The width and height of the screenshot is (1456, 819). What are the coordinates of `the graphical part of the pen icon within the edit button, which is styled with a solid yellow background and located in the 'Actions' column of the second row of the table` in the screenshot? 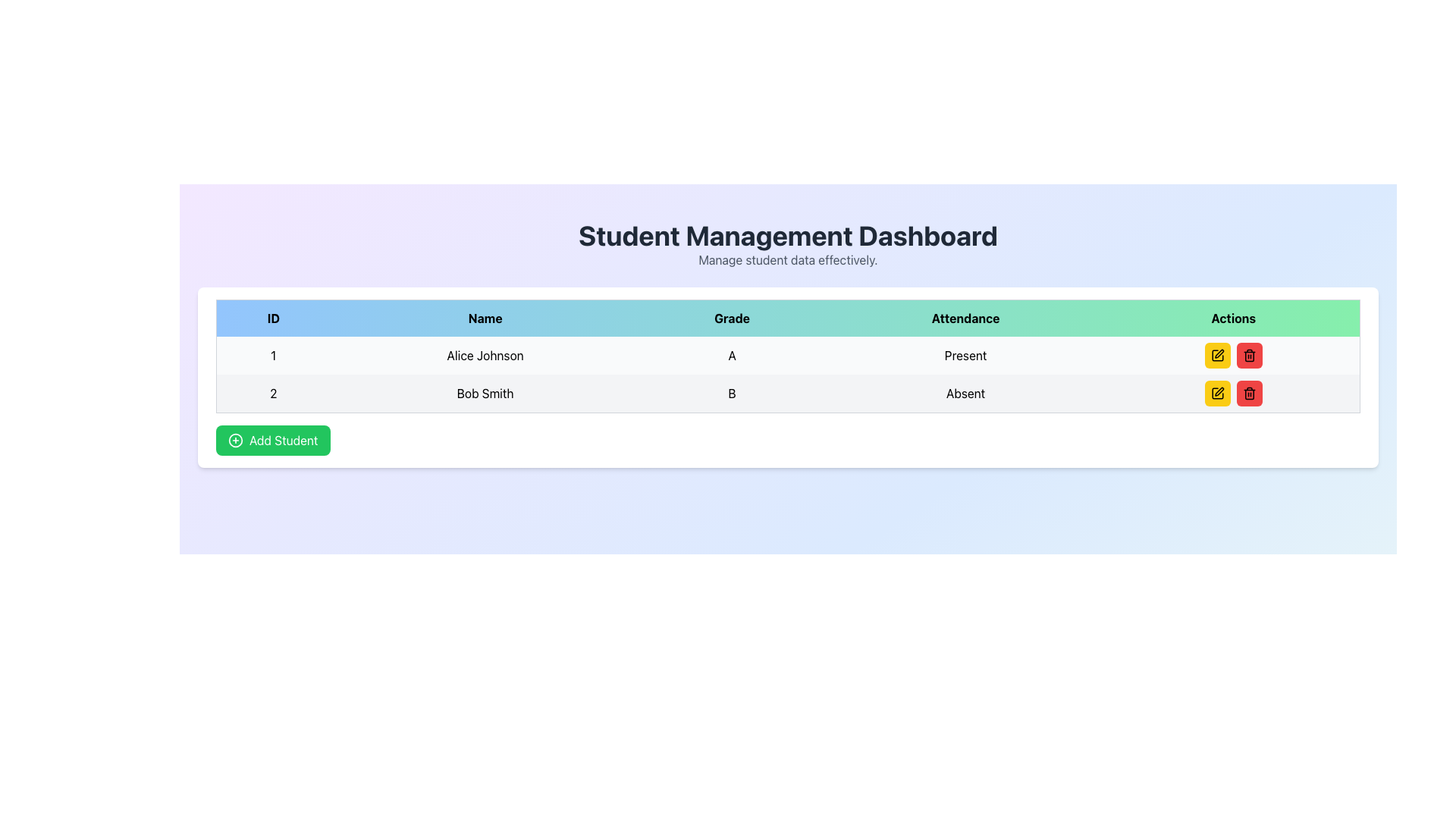 It's located at (1217, 356).